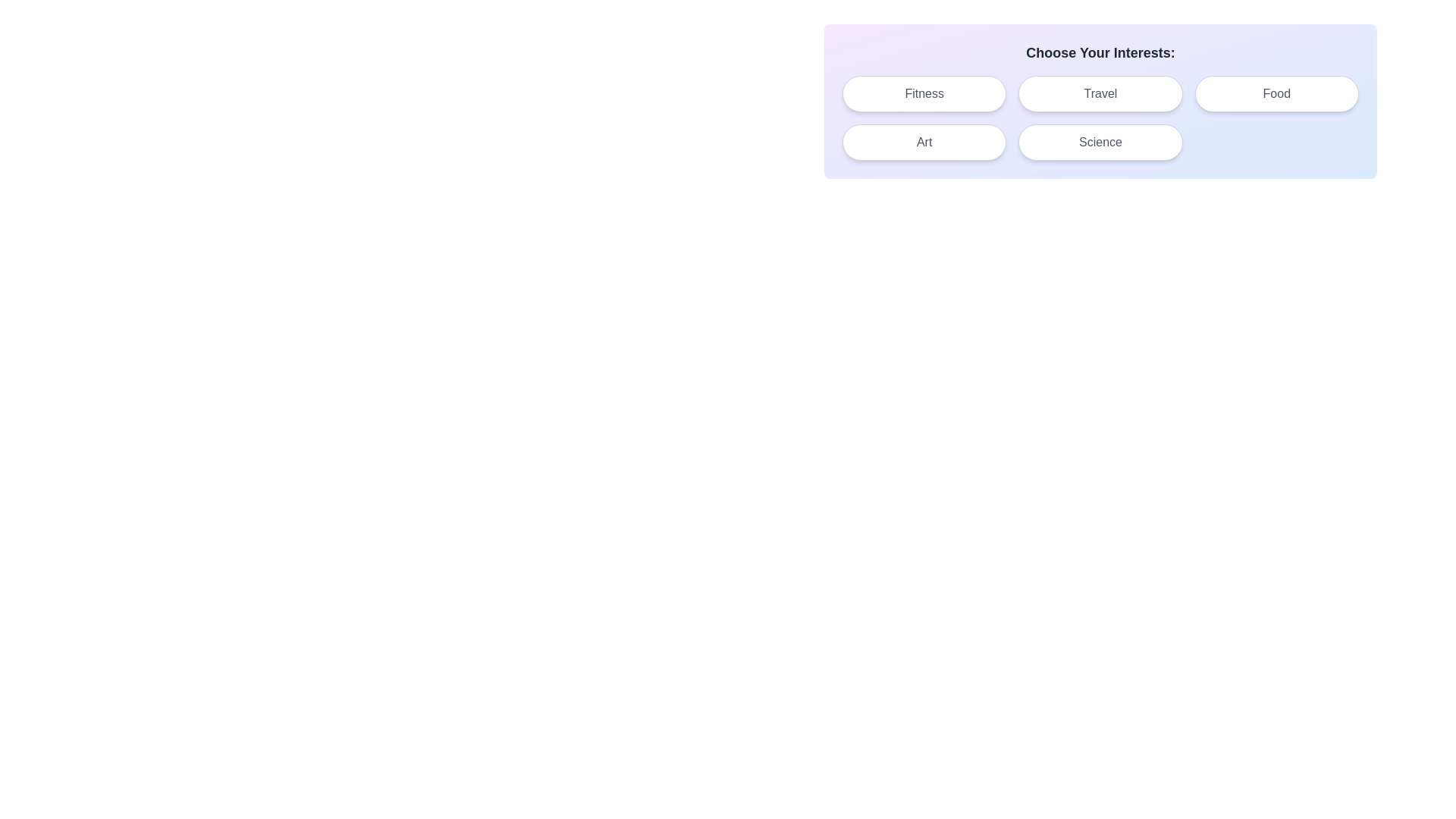  I want to click on the chip labeled Fitness to toggle its selection, so click(924, 93).